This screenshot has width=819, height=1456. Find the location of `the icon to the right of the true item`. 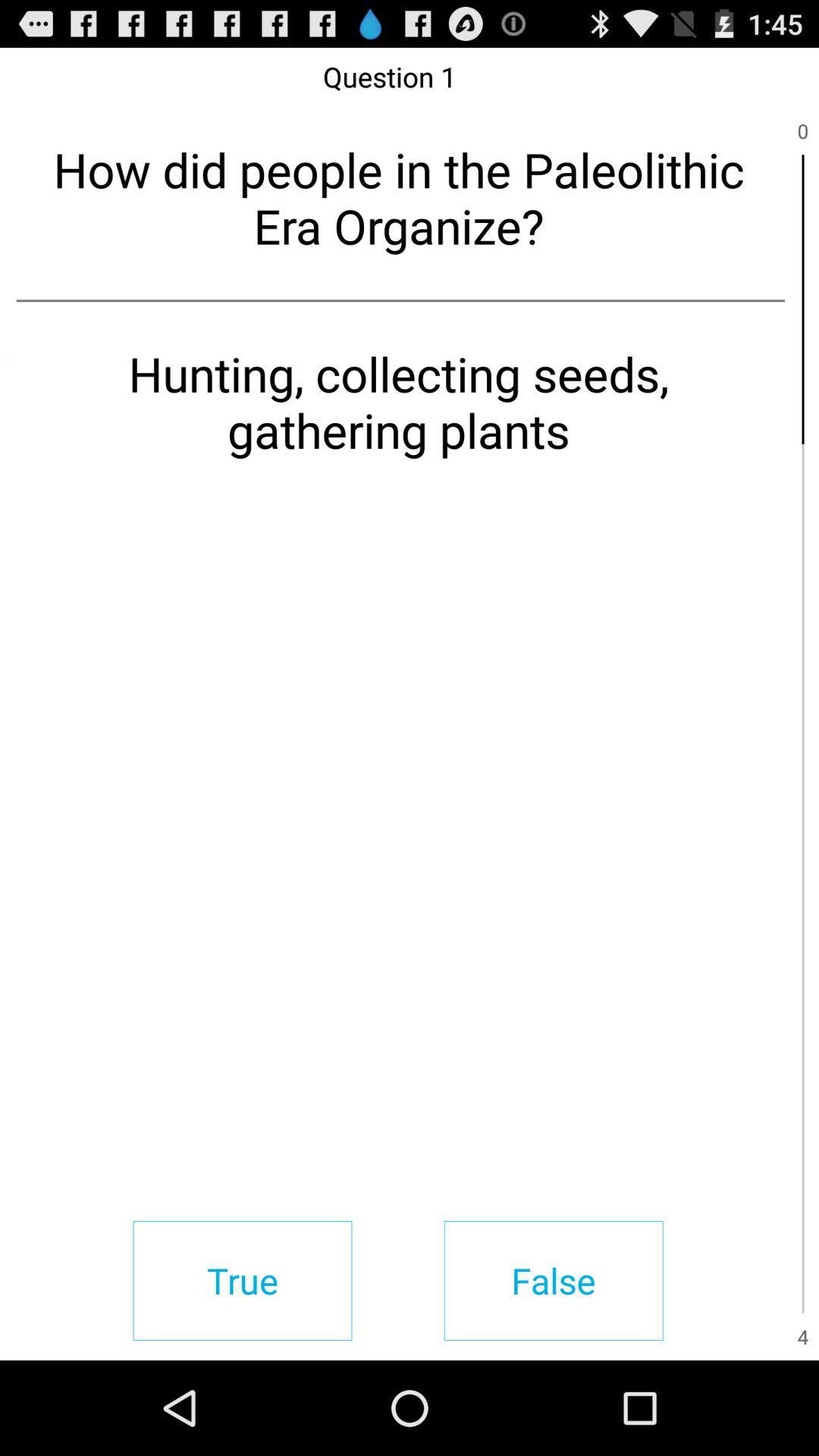

the icon to the right of the true item is located at coordinates (554, 1280).